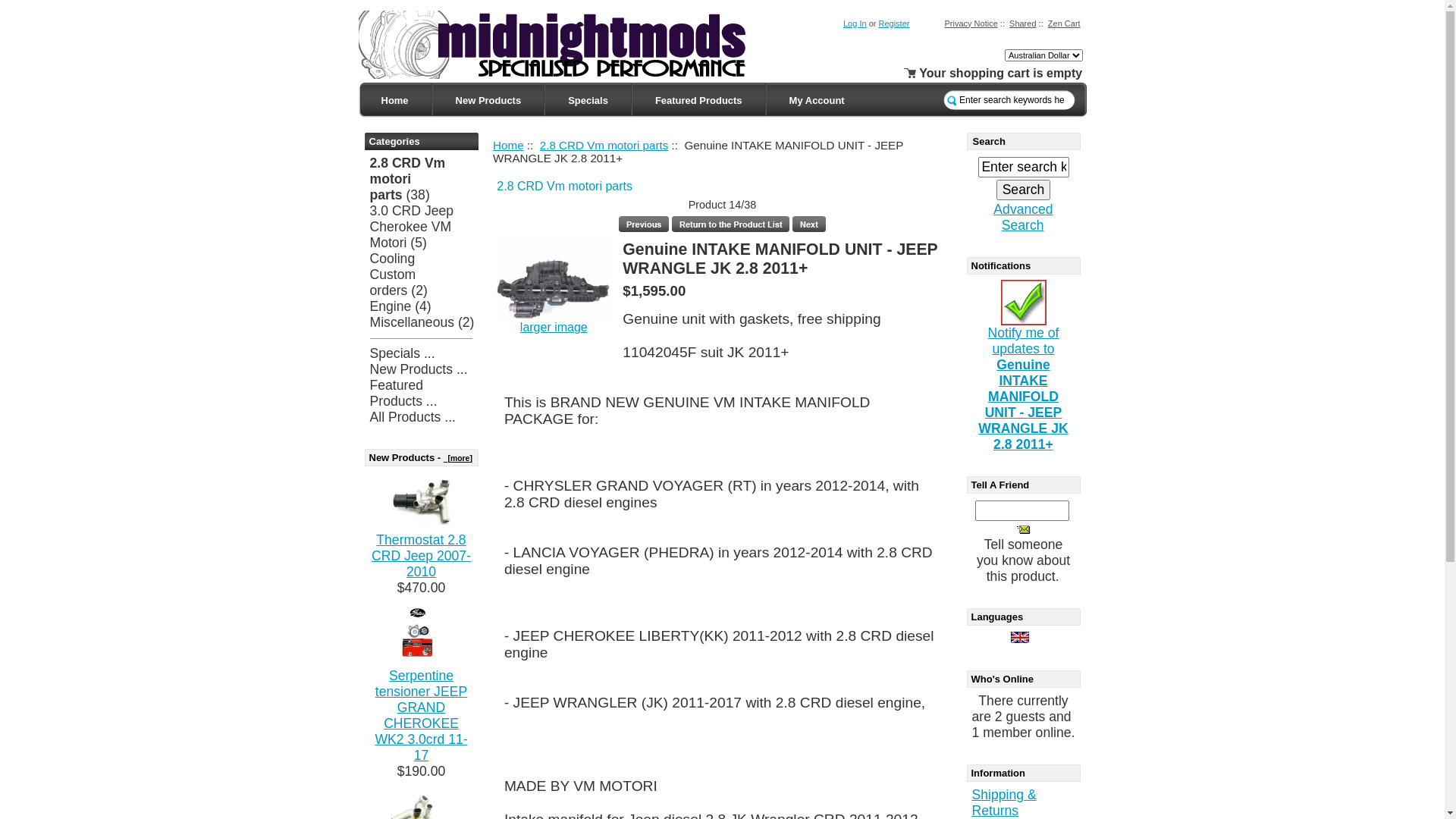 This screenshot has height=819, width=1456. I want to click on '2.8 CRD Vm motori parts', so click(563, 185).